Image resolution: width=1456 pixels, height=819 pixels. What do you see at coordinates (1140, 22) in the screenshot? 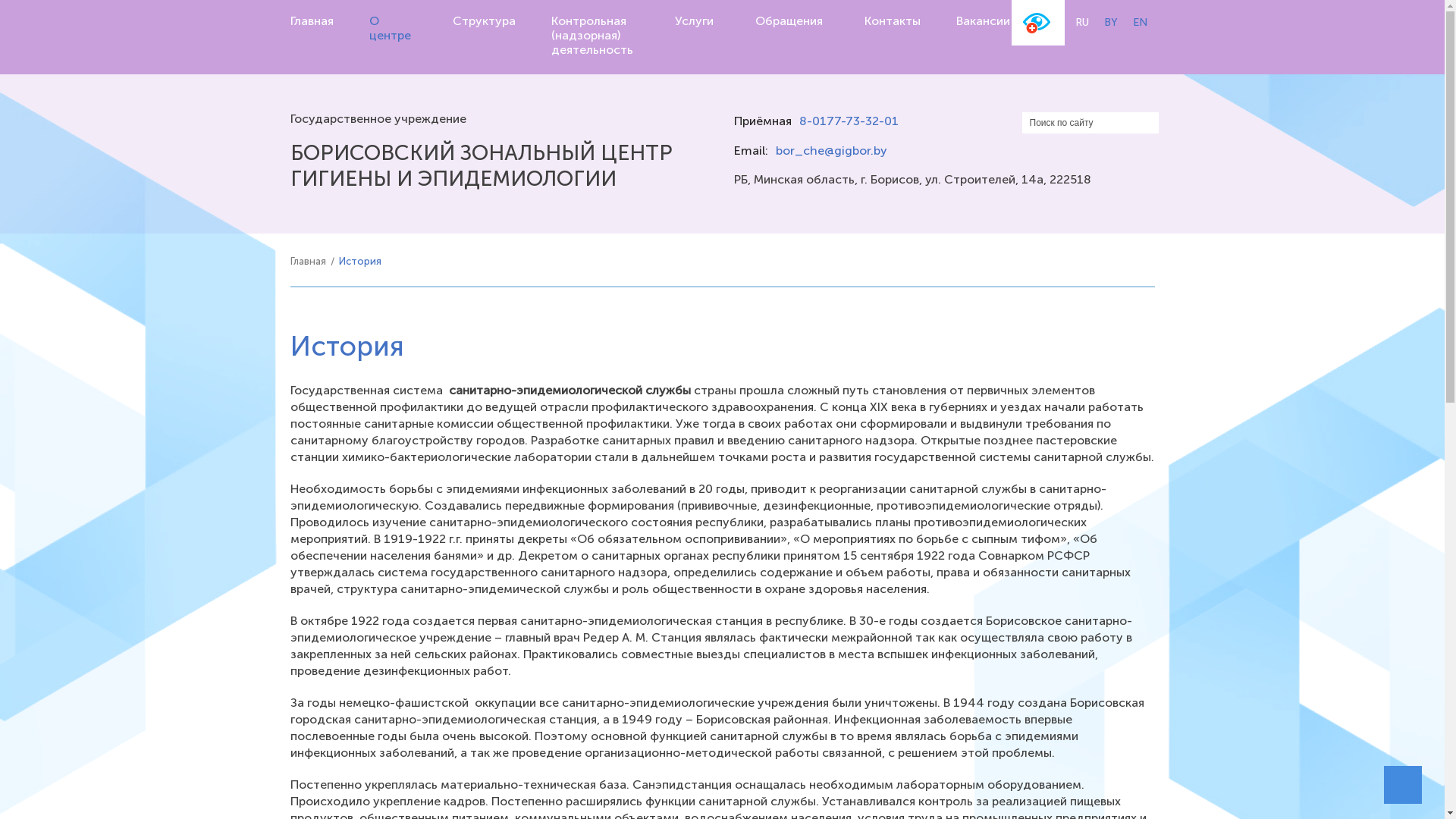
I see `'EN'` at bounding box center [1140, 22].